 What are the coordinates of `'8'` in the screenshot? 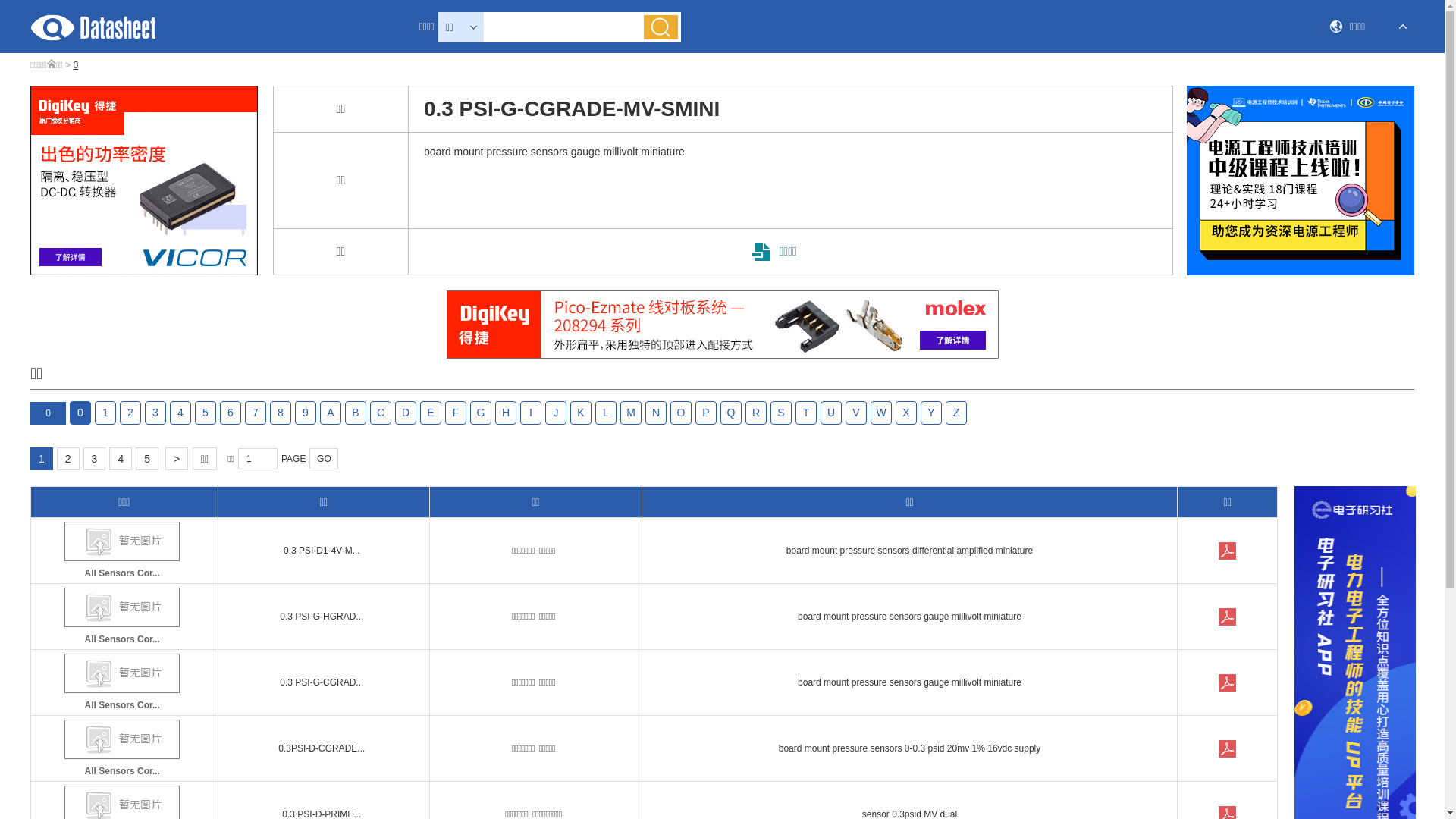 It's located at (280, 413).